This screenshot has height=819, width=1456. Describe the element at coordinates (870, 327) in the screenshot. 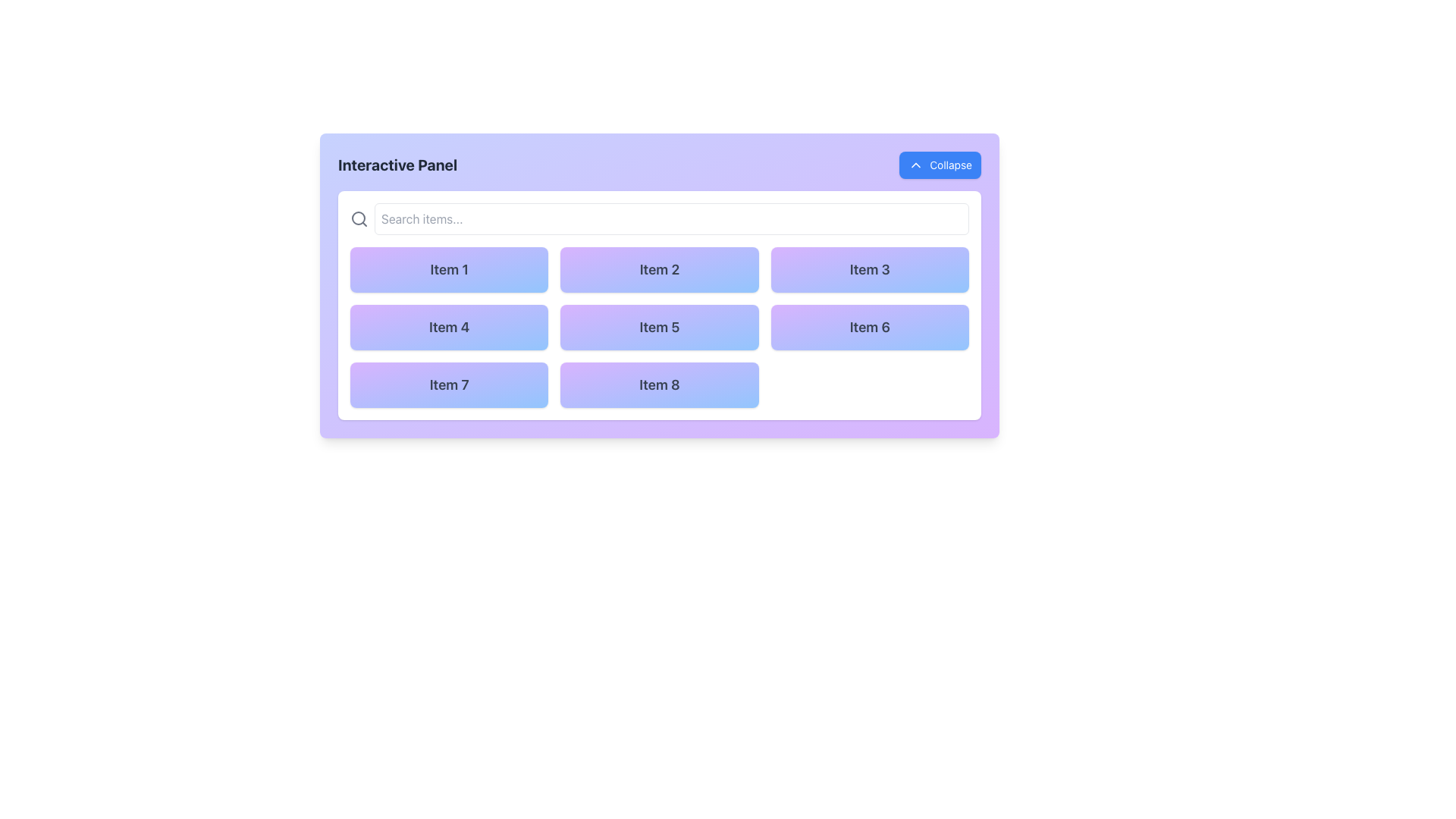

I see `the button labeled 'Item 6', which is a rectangular button with a gradient background from blue to purple and a rounded border, positioned in the third column of the second row of a grid layout` at that location.